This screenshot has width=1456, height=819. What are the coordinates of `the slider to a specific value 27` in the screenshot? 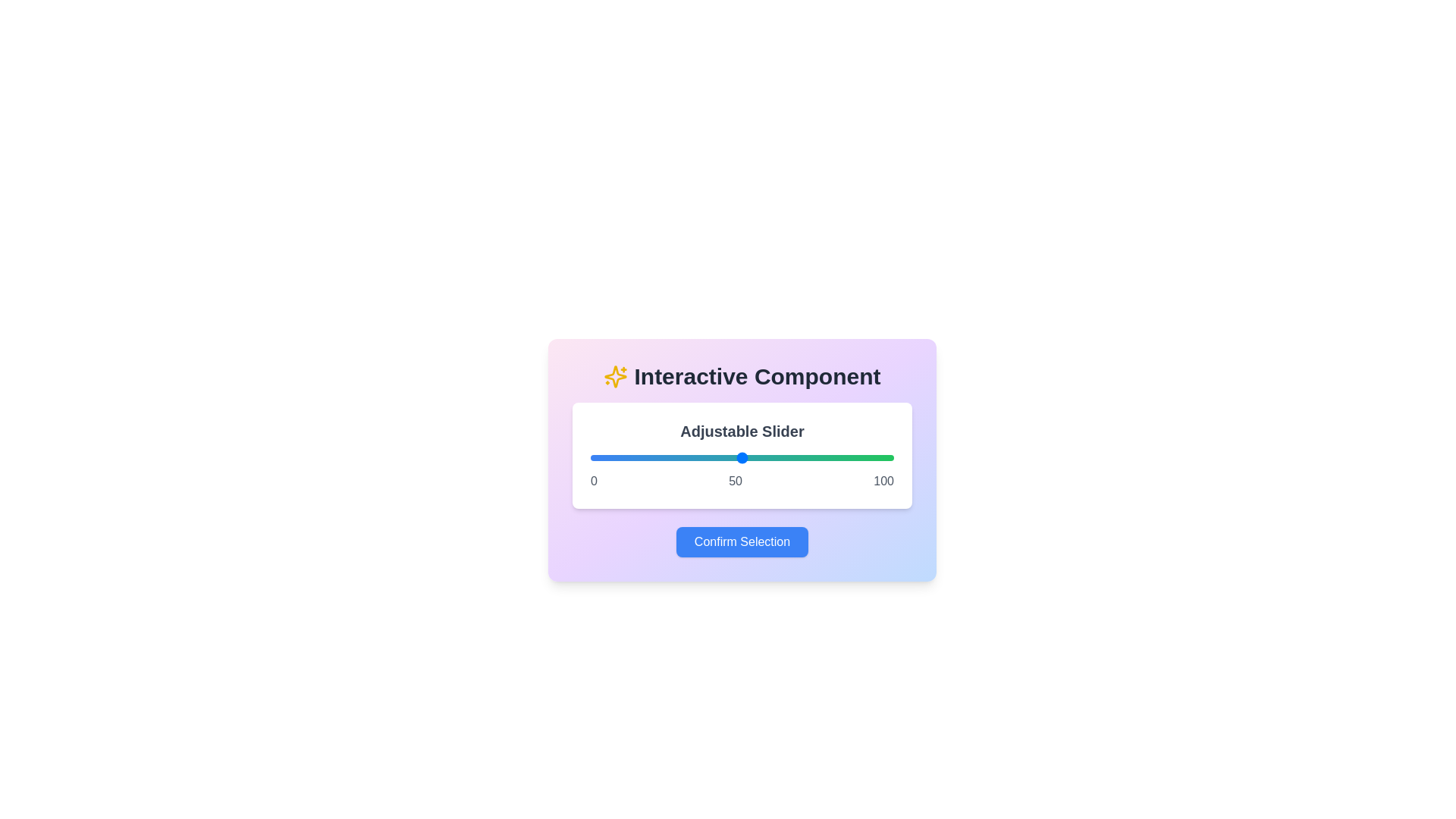 It's located at (672, 457).